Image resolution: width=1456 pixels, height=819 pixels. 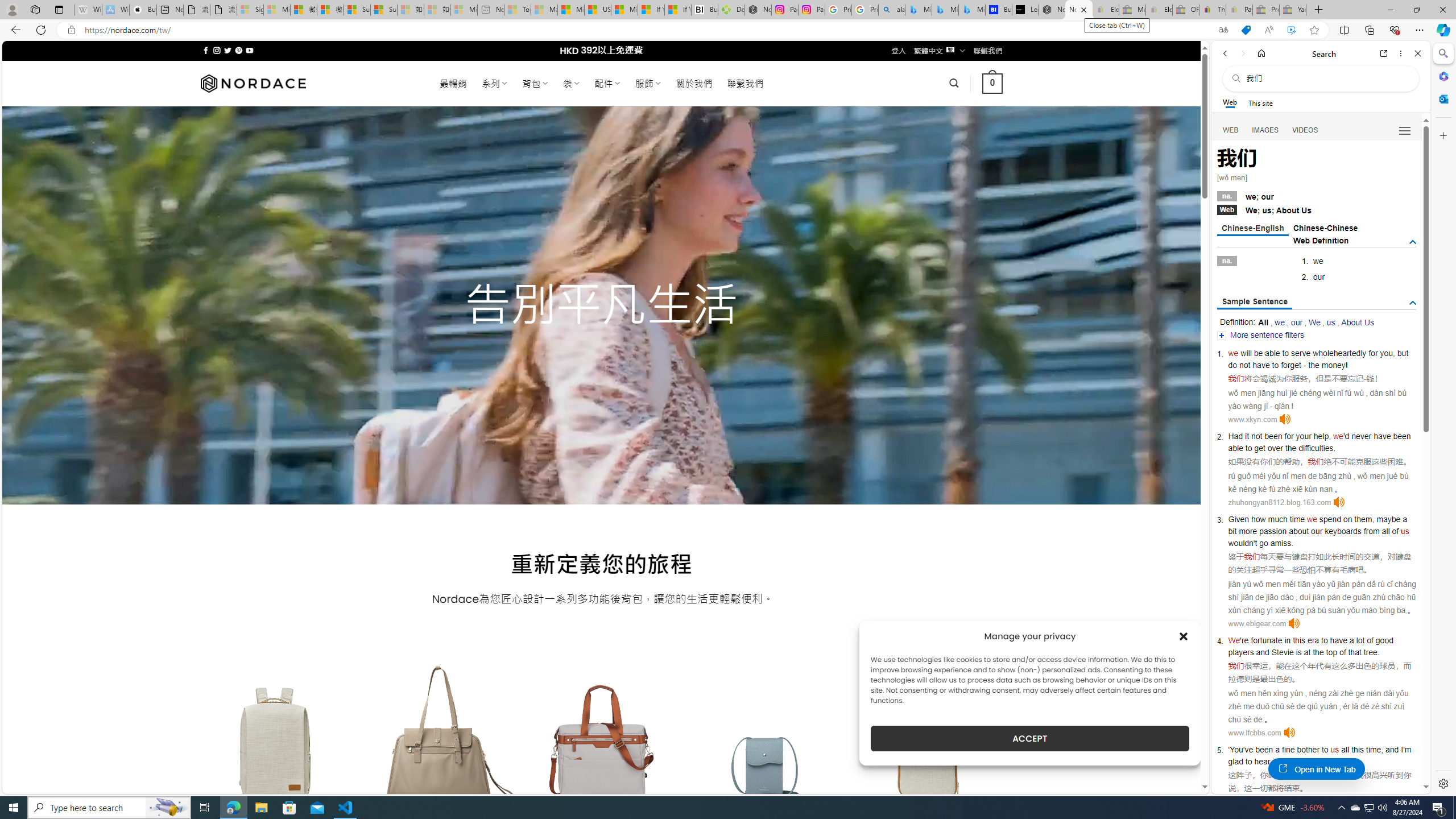 What do you see at coordinates (206, 50) in the screenshot?
I see `'Follow on Facebook'` at bounding box center [206, 50].